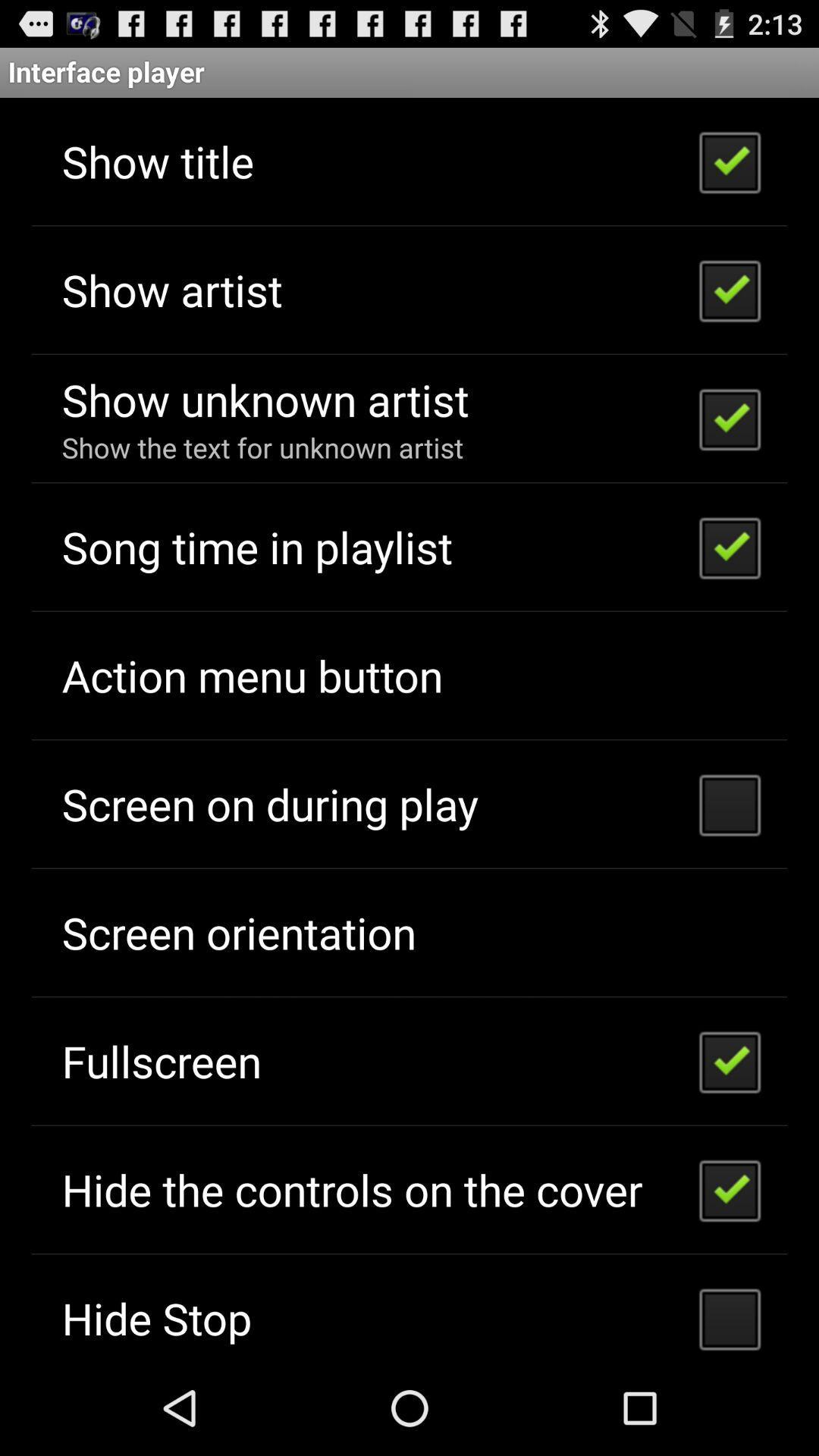 The image size is (819, 1456). What do you see at coordinates (239, 931) in the screenshot?
I see `the app above fullscreen icon` at bounding box center [239, 931].